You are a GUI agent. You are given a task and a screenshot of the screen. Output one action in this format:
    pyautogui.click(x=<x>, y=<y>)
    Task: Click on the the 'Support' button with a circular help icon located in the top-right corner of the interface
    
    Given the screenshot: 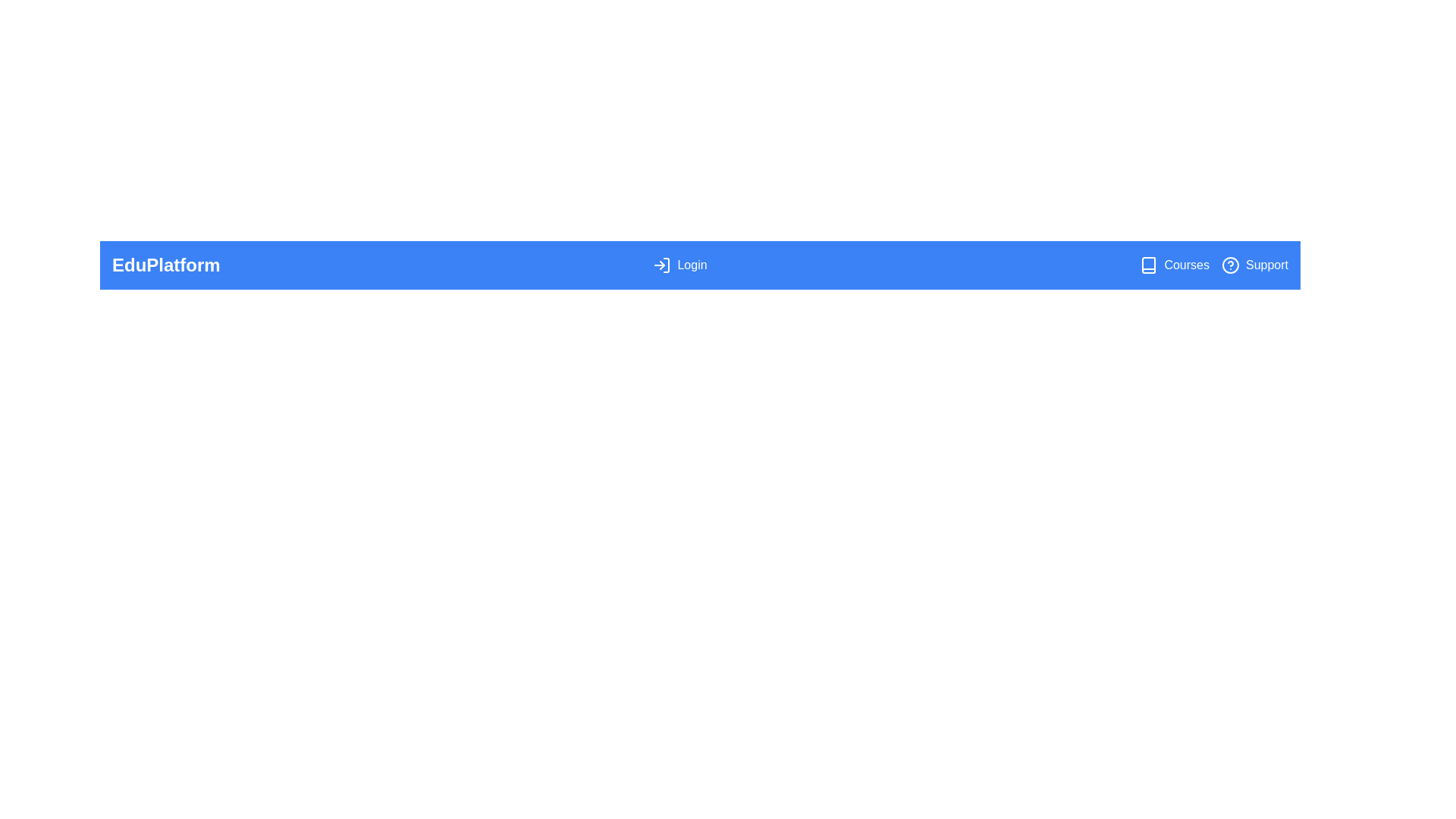 What is the action you would take?
    pyautogui.click(x=1255, y=265)
    